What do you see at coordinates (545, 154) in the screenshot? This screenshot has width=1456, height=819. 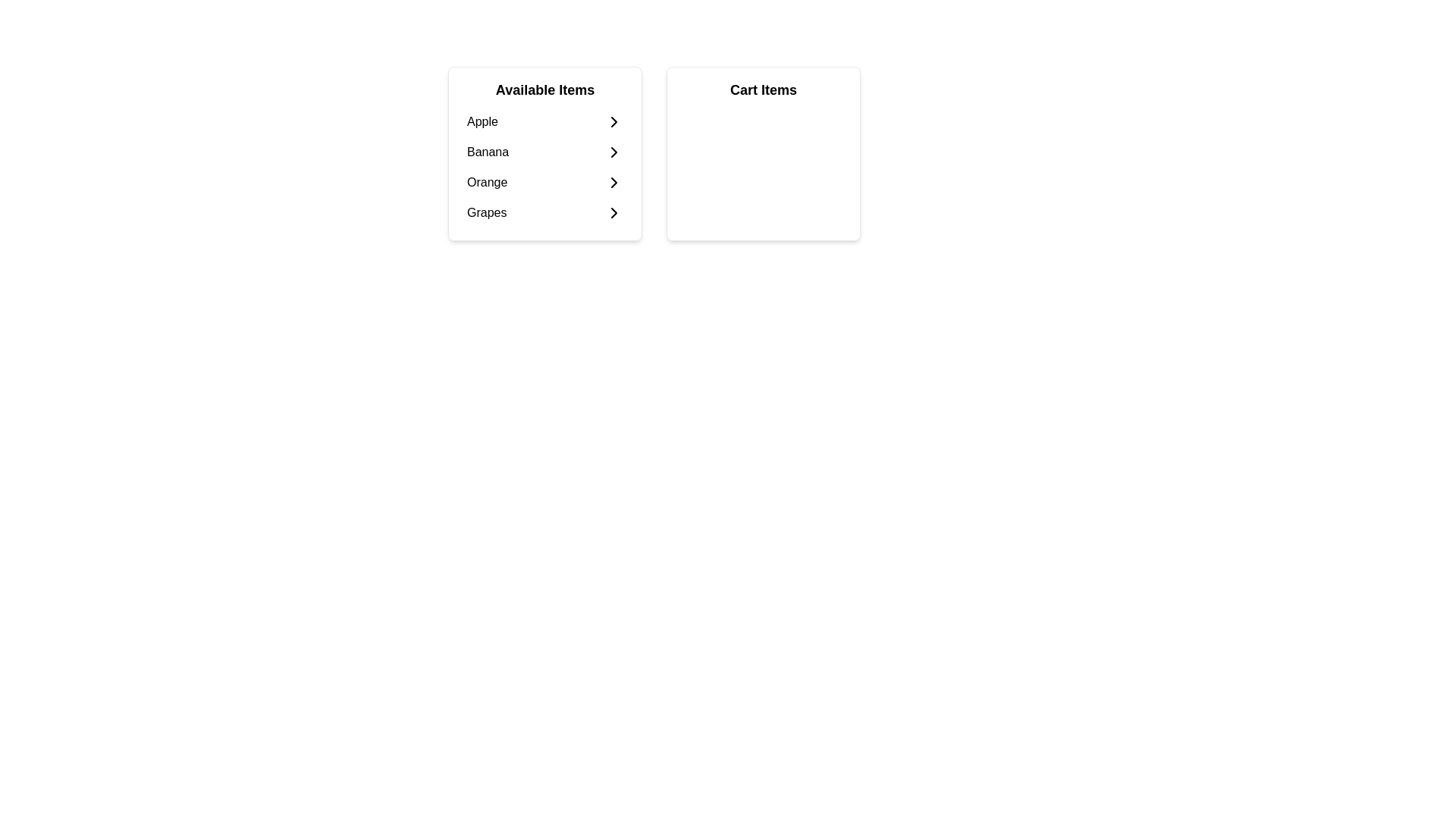 I see `the list item labeled 'Banana'` at bounding box center [545, 154].